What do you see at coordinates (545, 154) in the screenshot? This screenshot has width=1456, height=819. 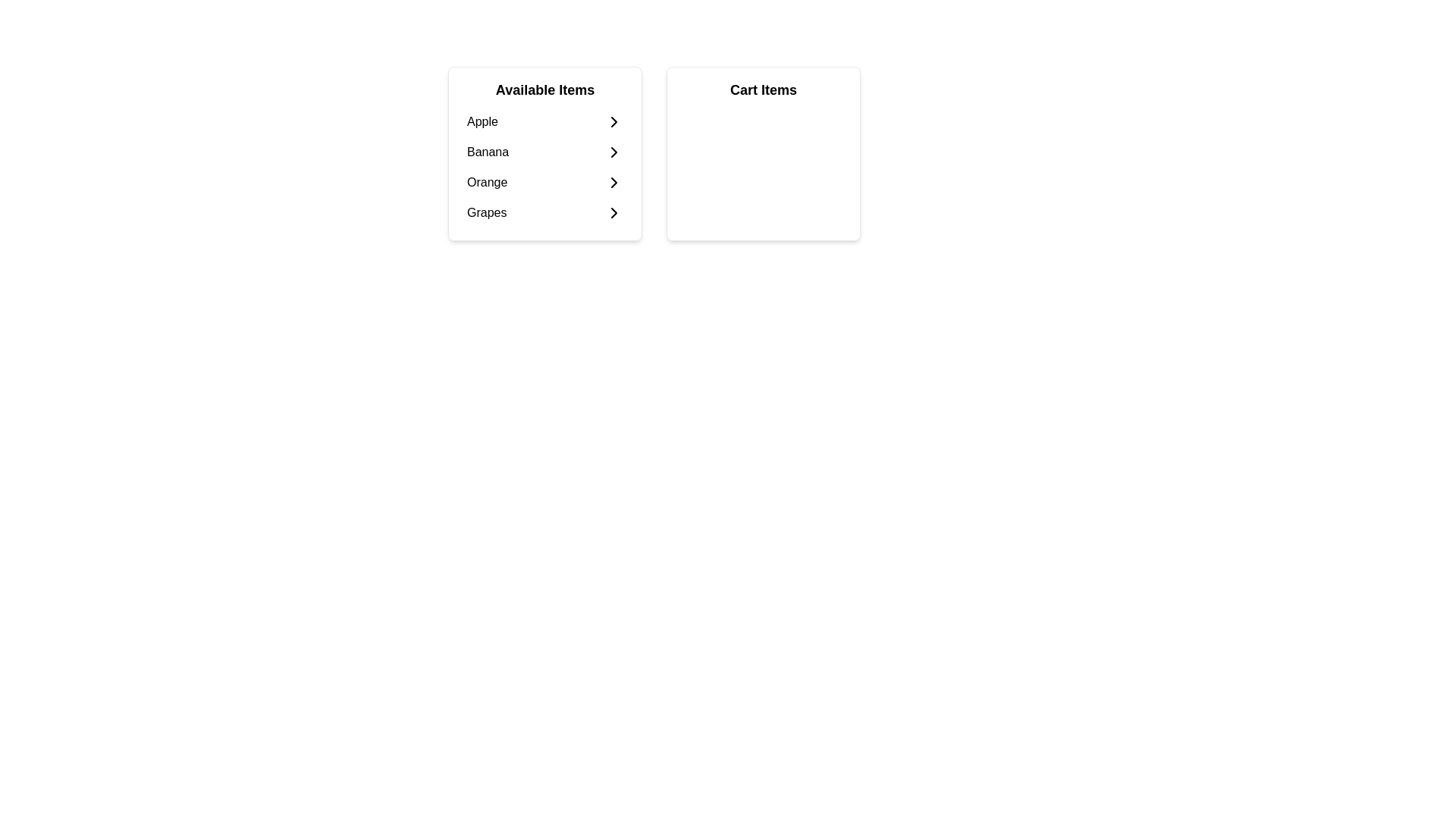 I see `the list item labeled 'Banana'` at bounding box center [545, 154].